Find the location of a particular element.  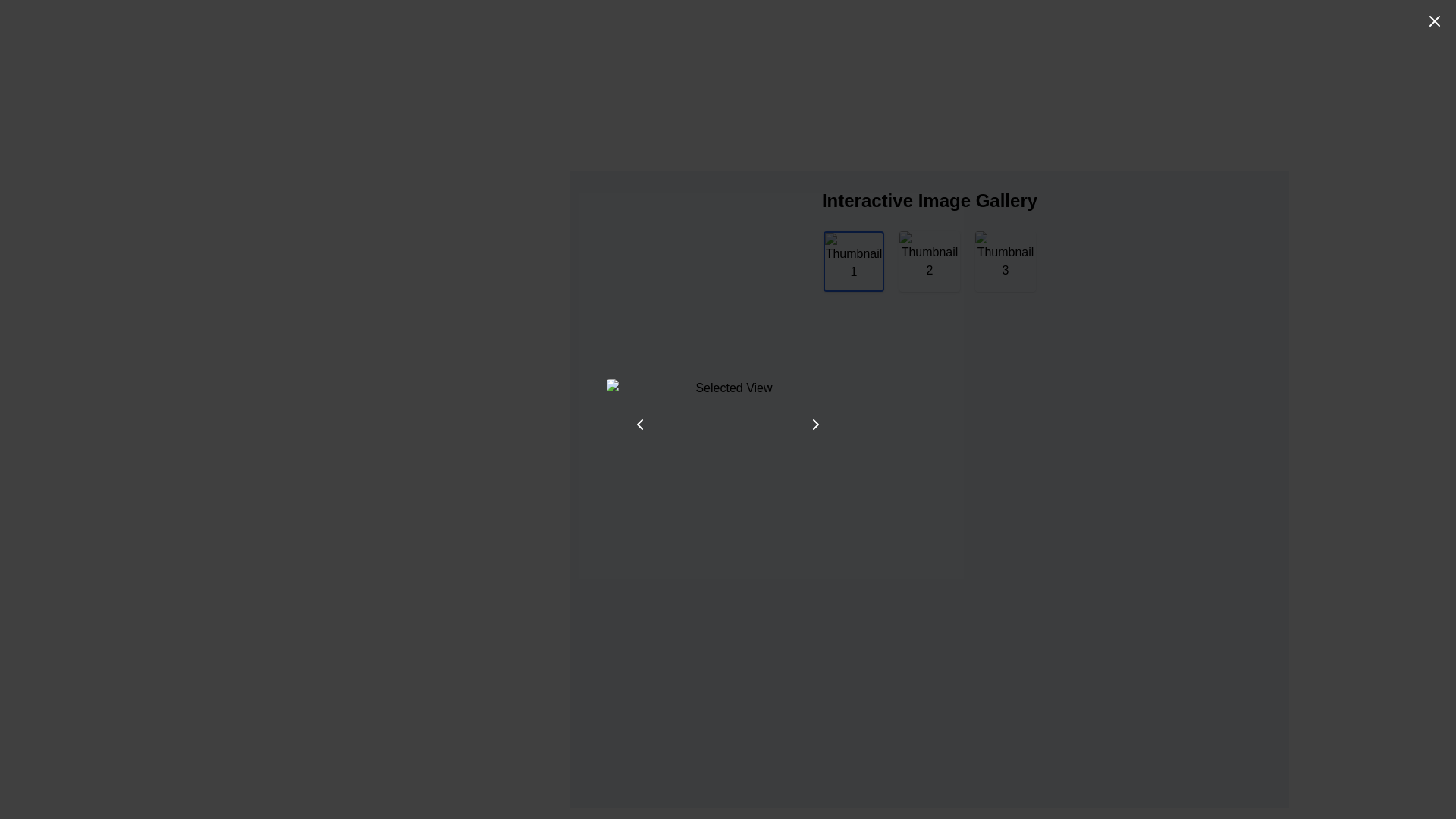

the second thumbnail element, which is an image thumbnail with rounded corners and a shadow effect is located at coordinates (928, 260).